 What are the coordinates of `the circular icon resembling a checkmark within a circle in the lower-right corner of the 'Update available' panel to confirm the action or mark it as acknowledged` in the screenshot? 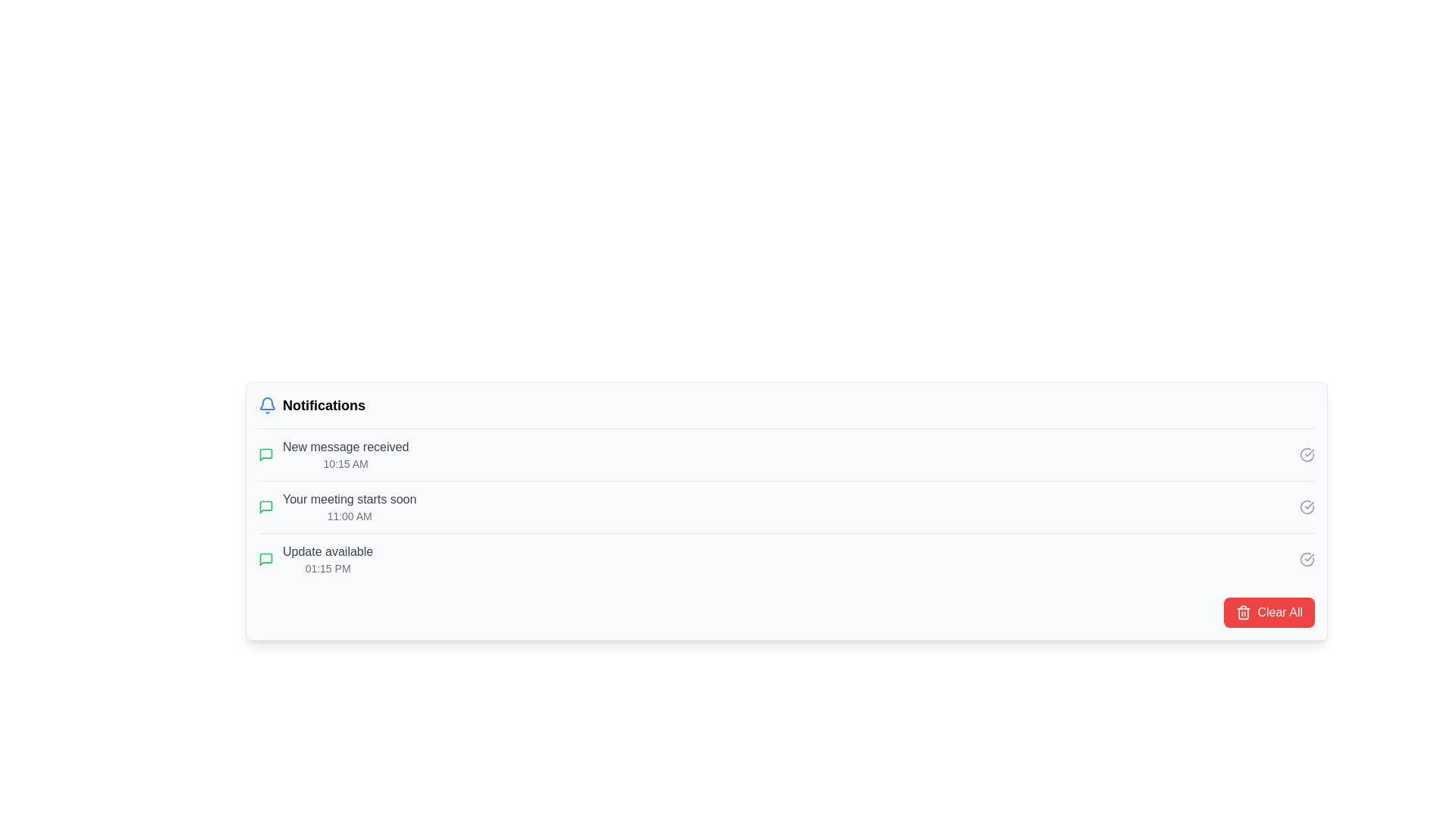 It's located at (1306, 559).